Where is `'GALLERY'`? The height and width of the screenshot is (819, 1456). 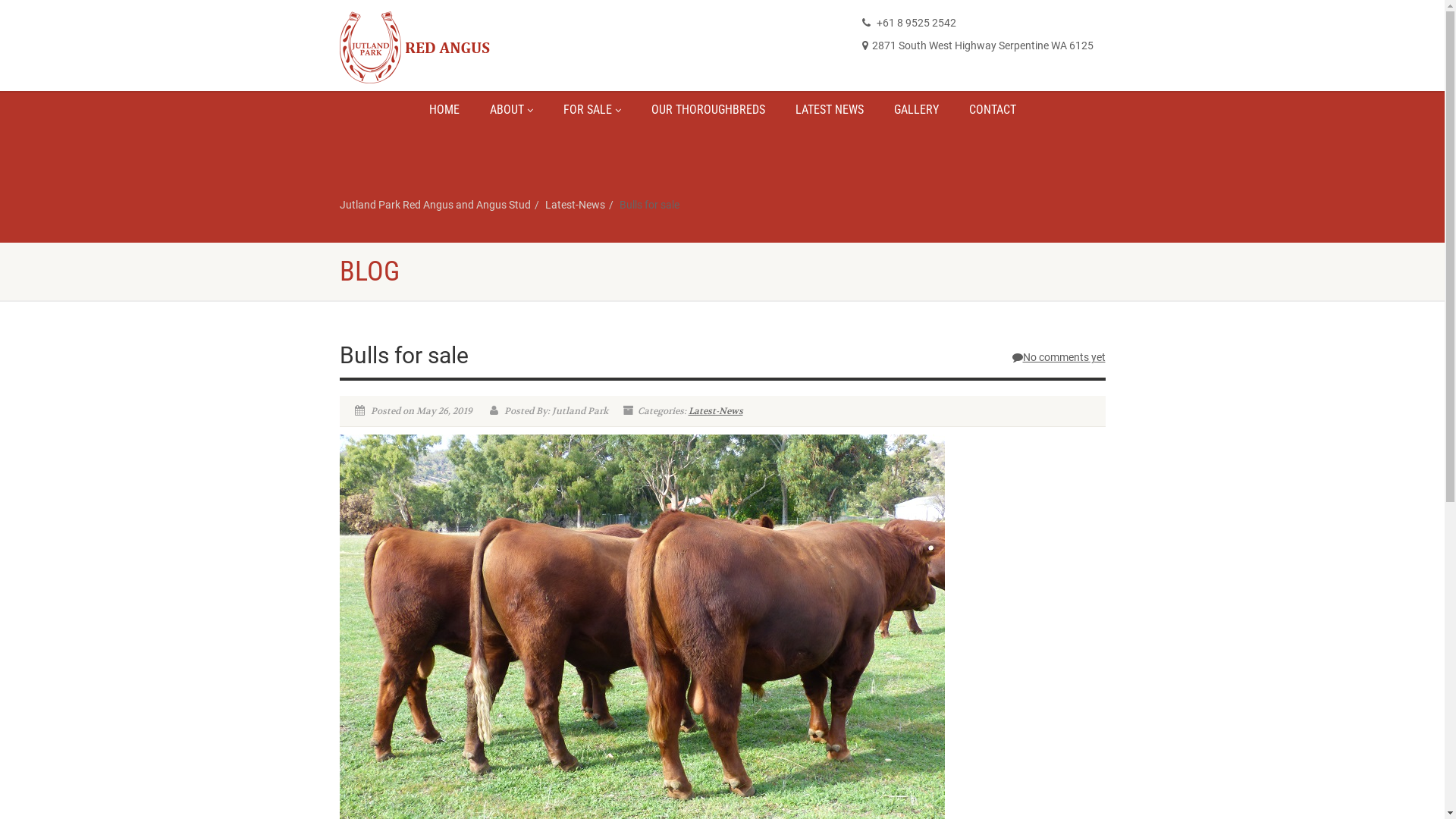
'GALLERY' is located at coordinates (877, 109).